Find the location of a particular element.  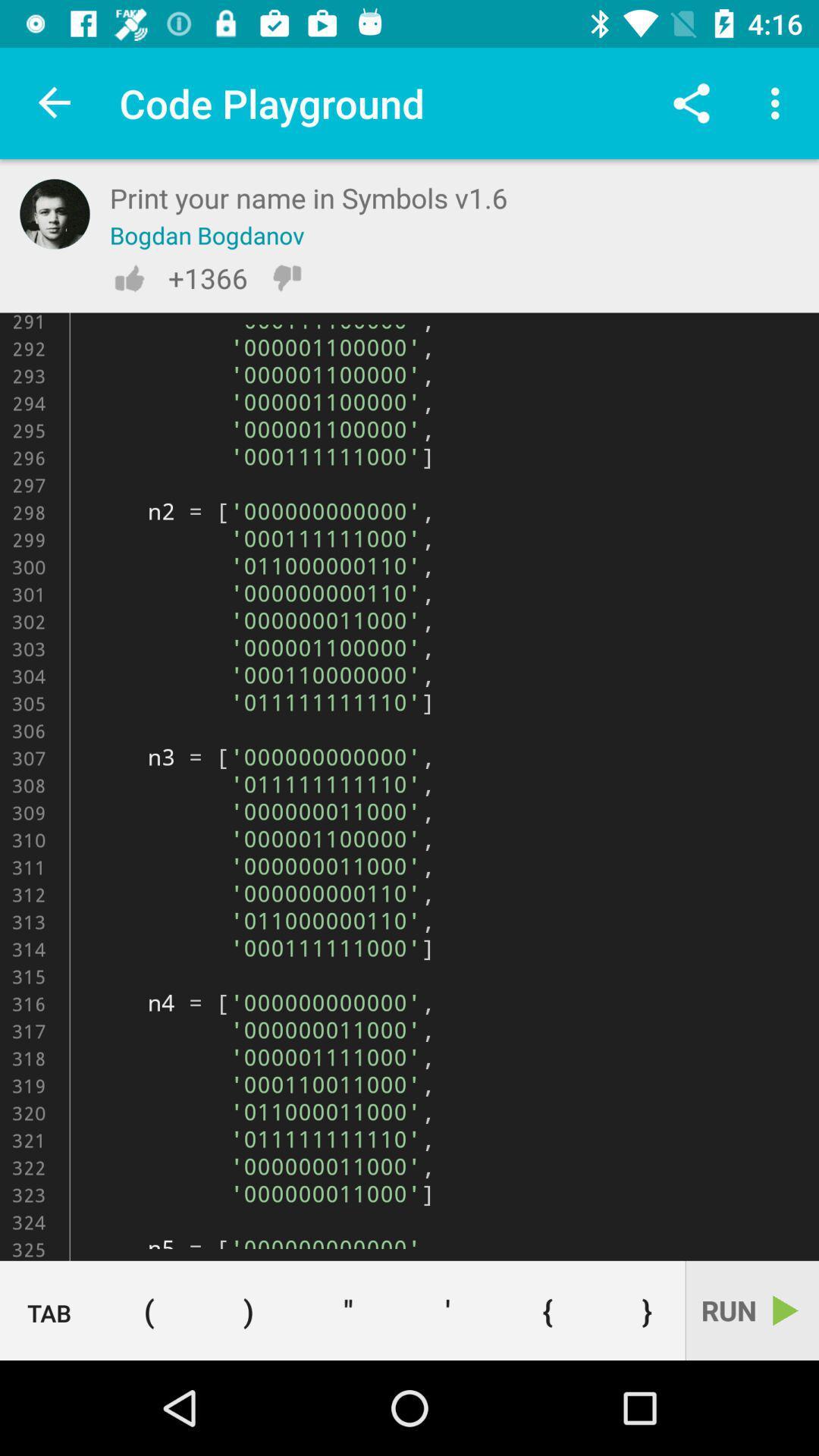

right open bracket is located at coordinates (248, 1310).